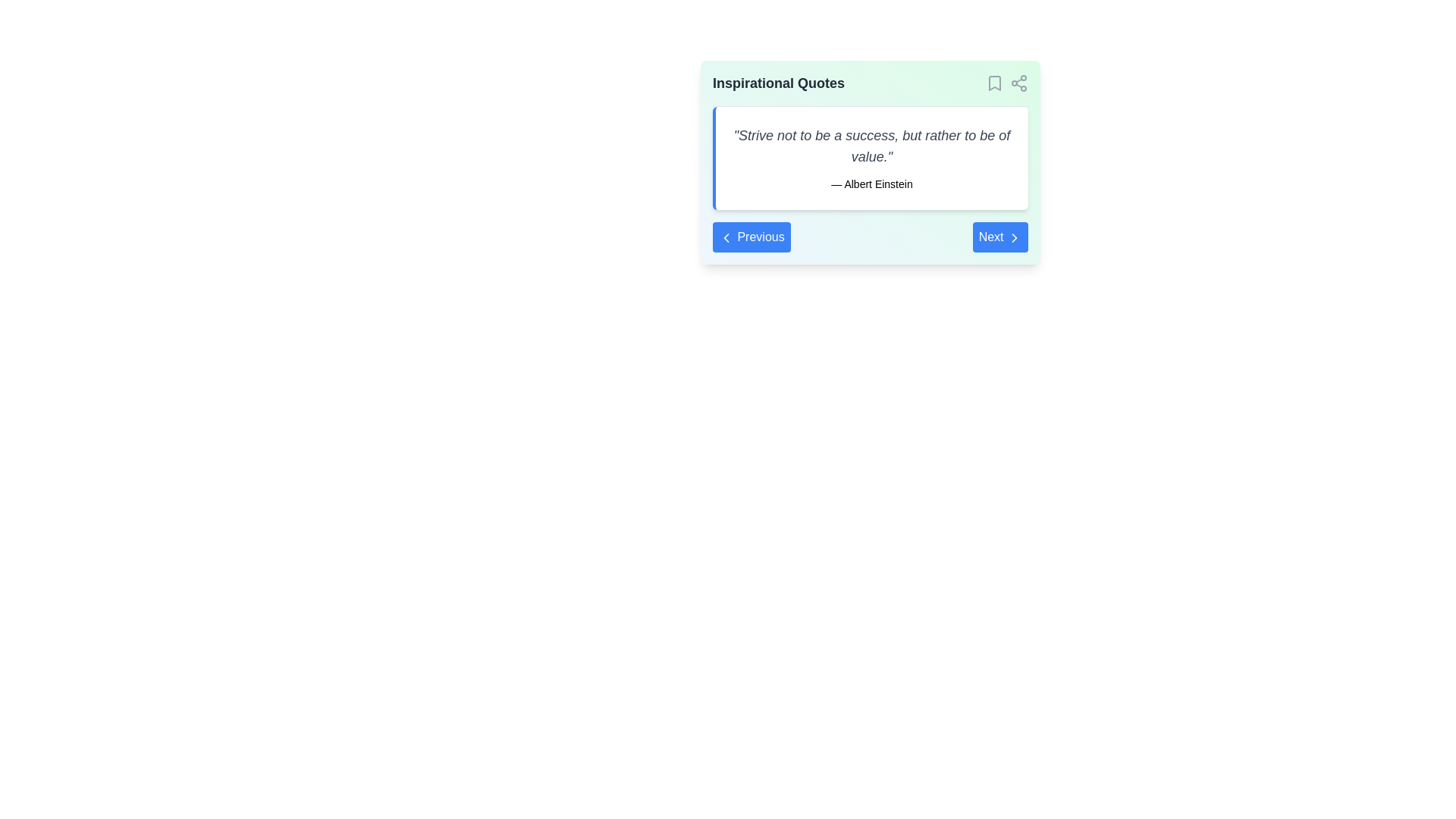 The height and width of the screenshot is (819, 1456). Describe the element at coordinates (779, 83) in the screenshot. I see `the static text element displaying 'Inspirational Quotes' in large, bold, dark gray font at the top-left corner of a bordered card-like structure` at that location.